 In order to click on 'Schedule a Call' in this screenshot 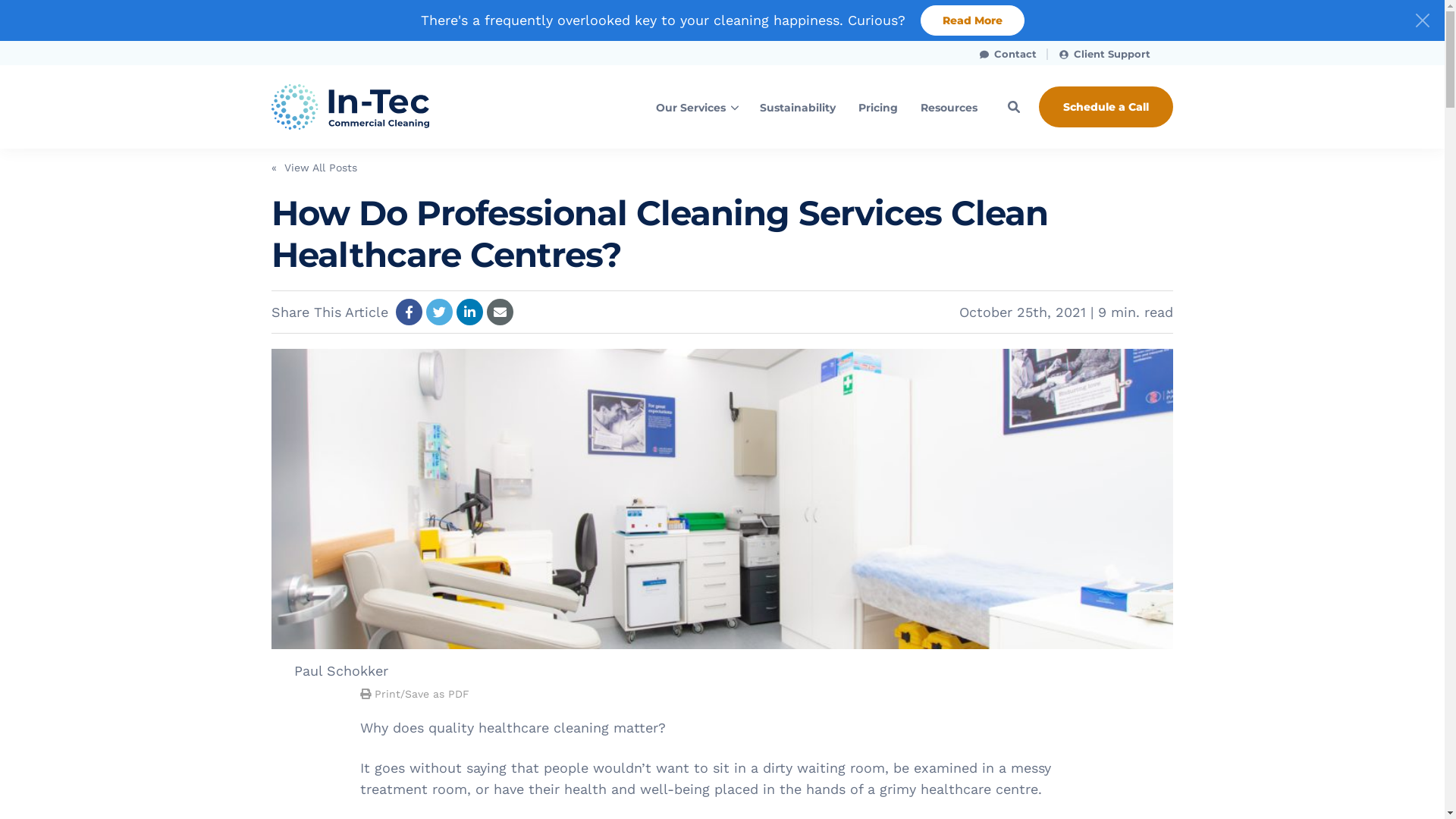, I will do `click(1106, 106)`.